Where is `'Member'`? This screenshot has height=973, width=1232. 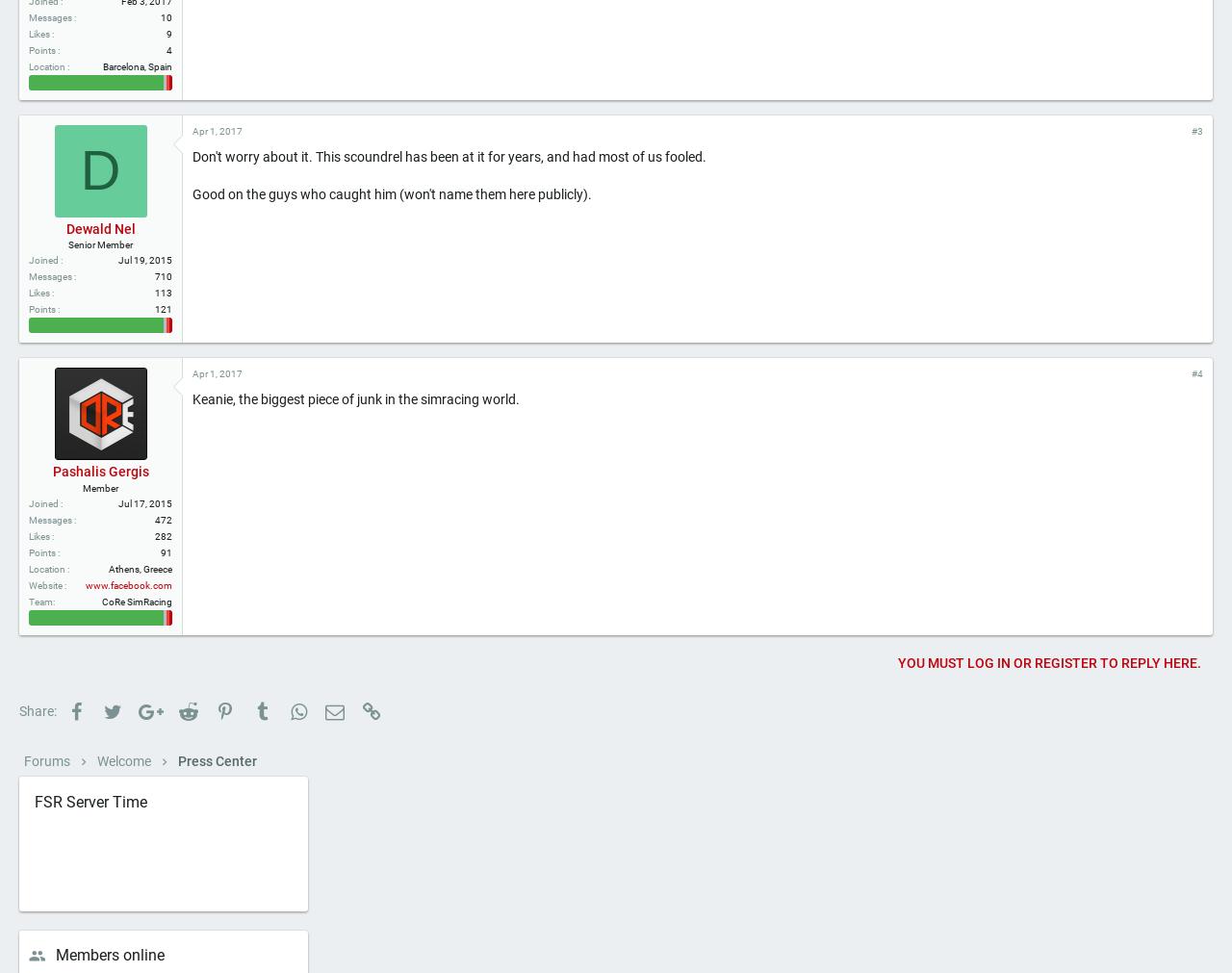 'Member' is located at coordinates (99, 552).